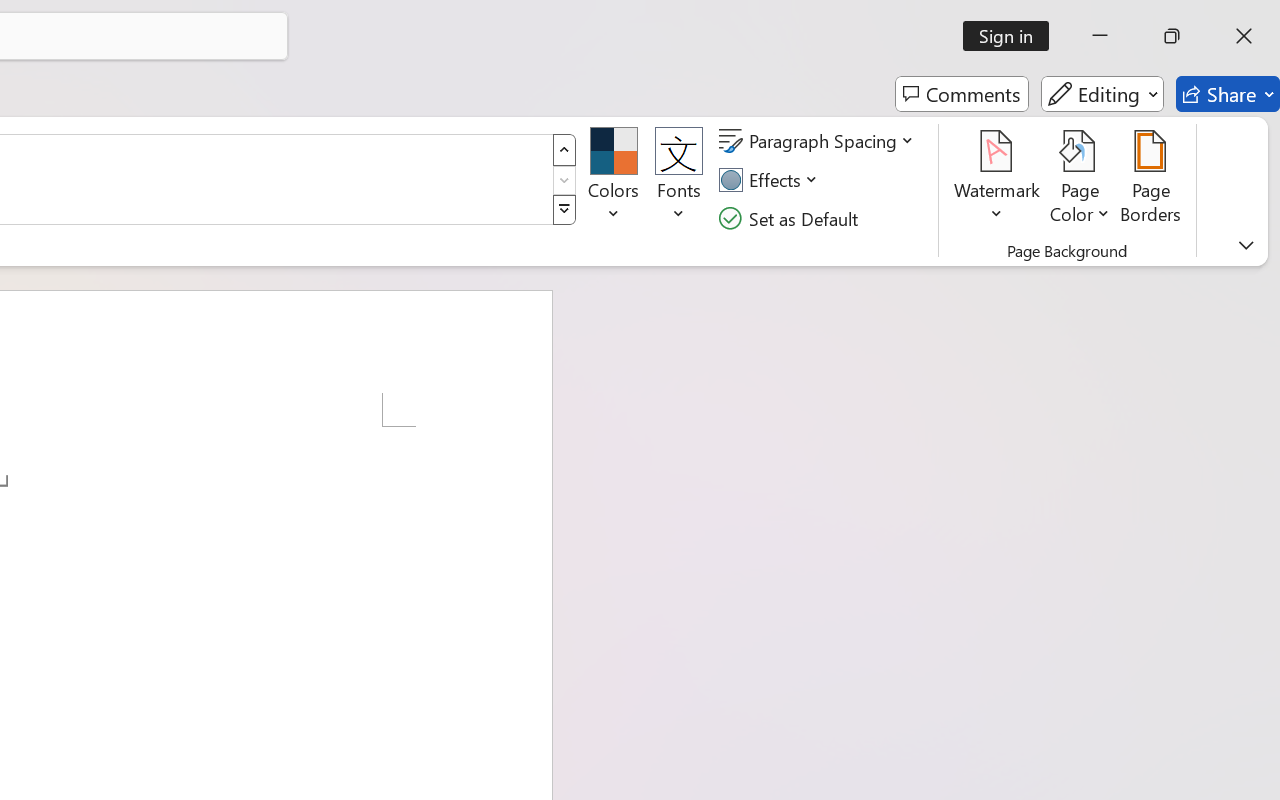  Describe the element at coordinates (1079, 179) in the screenshot. I see `'Page Color'` at that location.